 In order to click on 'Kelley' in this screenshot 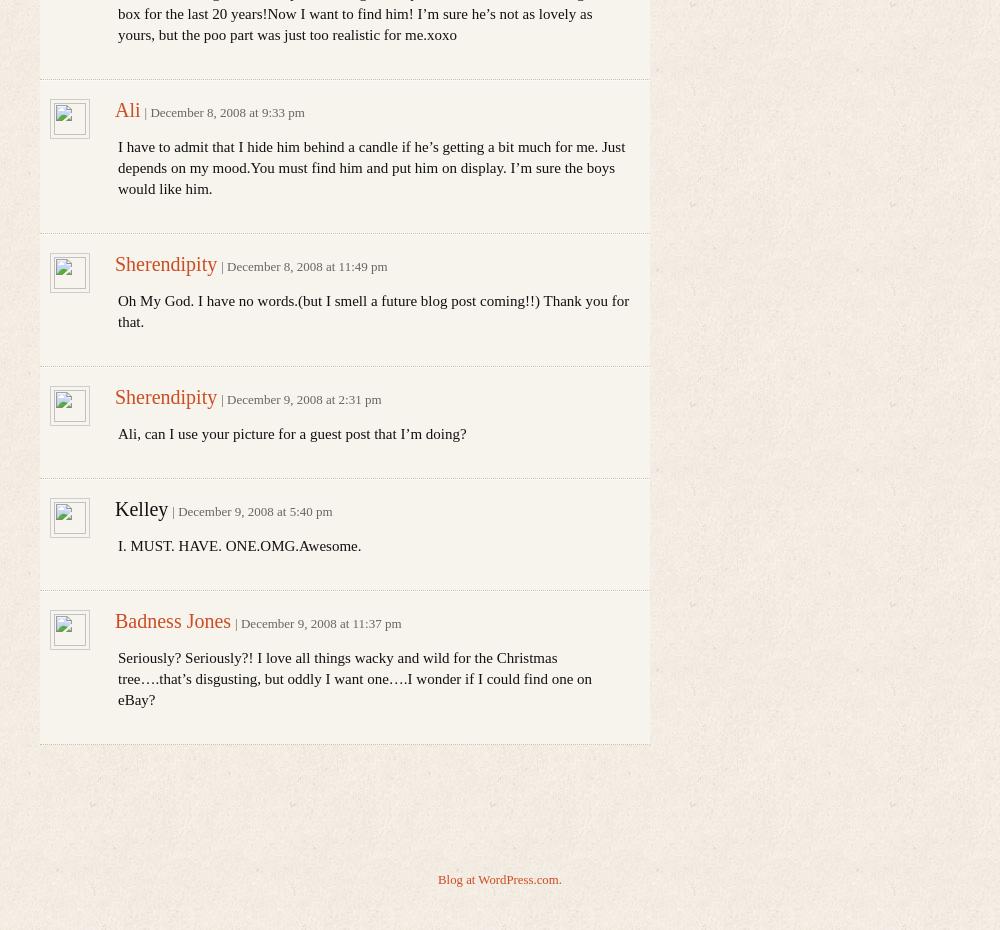, I will do `click(141, 507)`.